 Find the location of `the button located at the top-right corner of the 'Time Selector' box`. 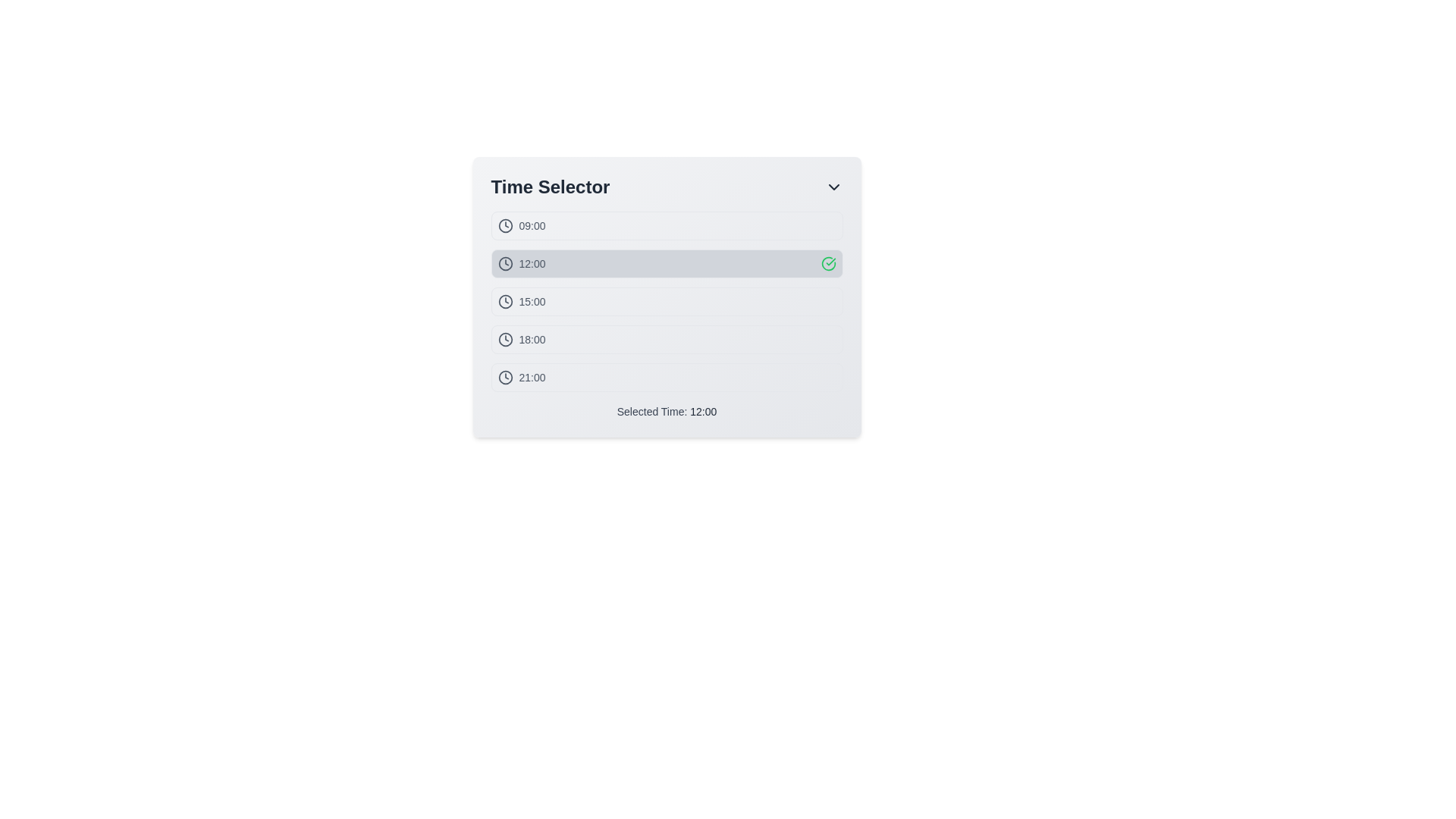

the button located at the top-right corner of the 'Time Selector' box is located at coordinates (833, 186).